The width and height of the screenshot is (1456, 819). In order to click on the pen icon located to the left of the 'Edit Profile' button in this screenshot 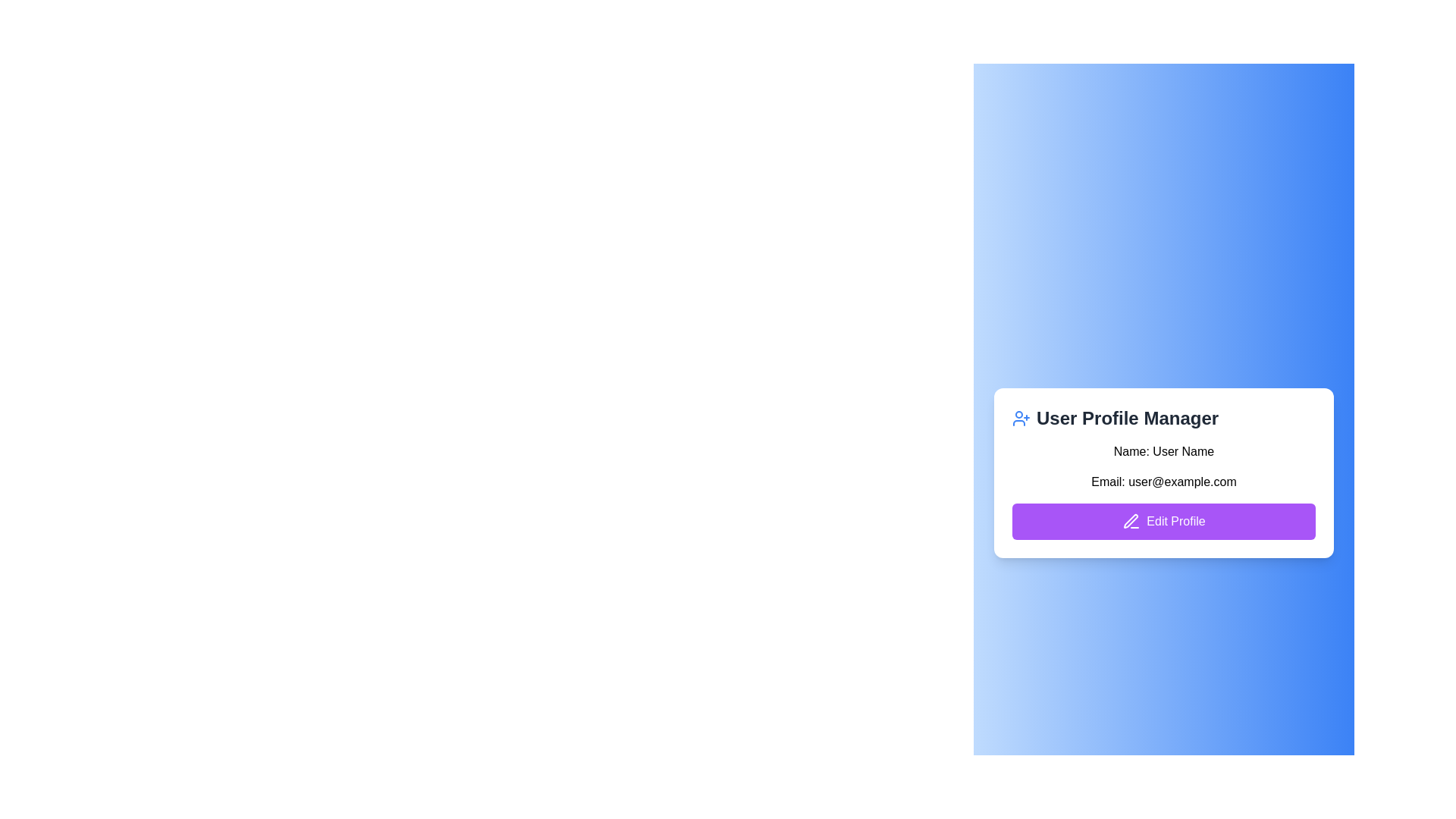, I will do `click(1131, 520)`.